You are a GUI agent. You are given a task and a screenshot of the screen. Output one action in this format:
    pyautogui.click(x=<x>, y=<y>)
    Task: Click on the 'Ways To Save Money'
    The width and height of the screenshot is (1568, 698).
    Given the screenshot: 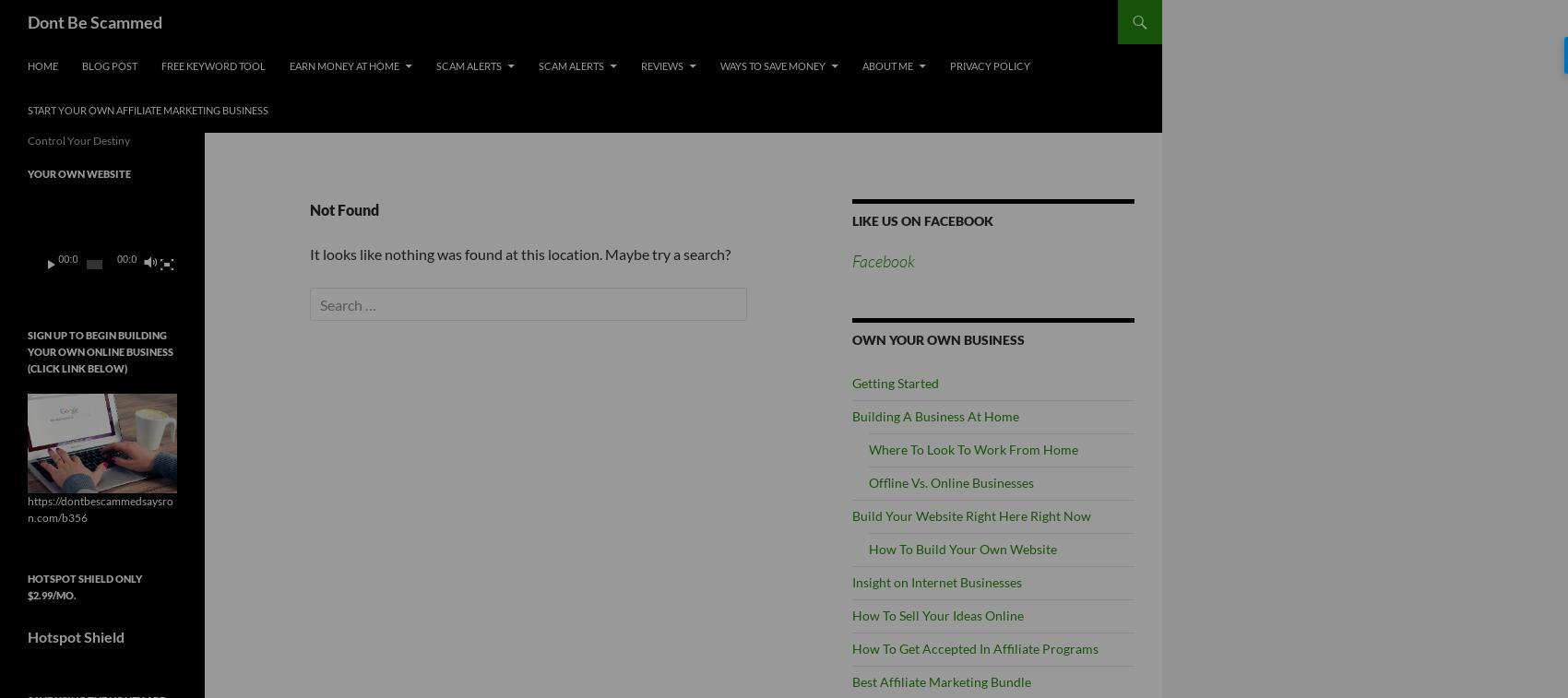 What is the action you would take?
    pyautogui.click(x=771, y=65)
    